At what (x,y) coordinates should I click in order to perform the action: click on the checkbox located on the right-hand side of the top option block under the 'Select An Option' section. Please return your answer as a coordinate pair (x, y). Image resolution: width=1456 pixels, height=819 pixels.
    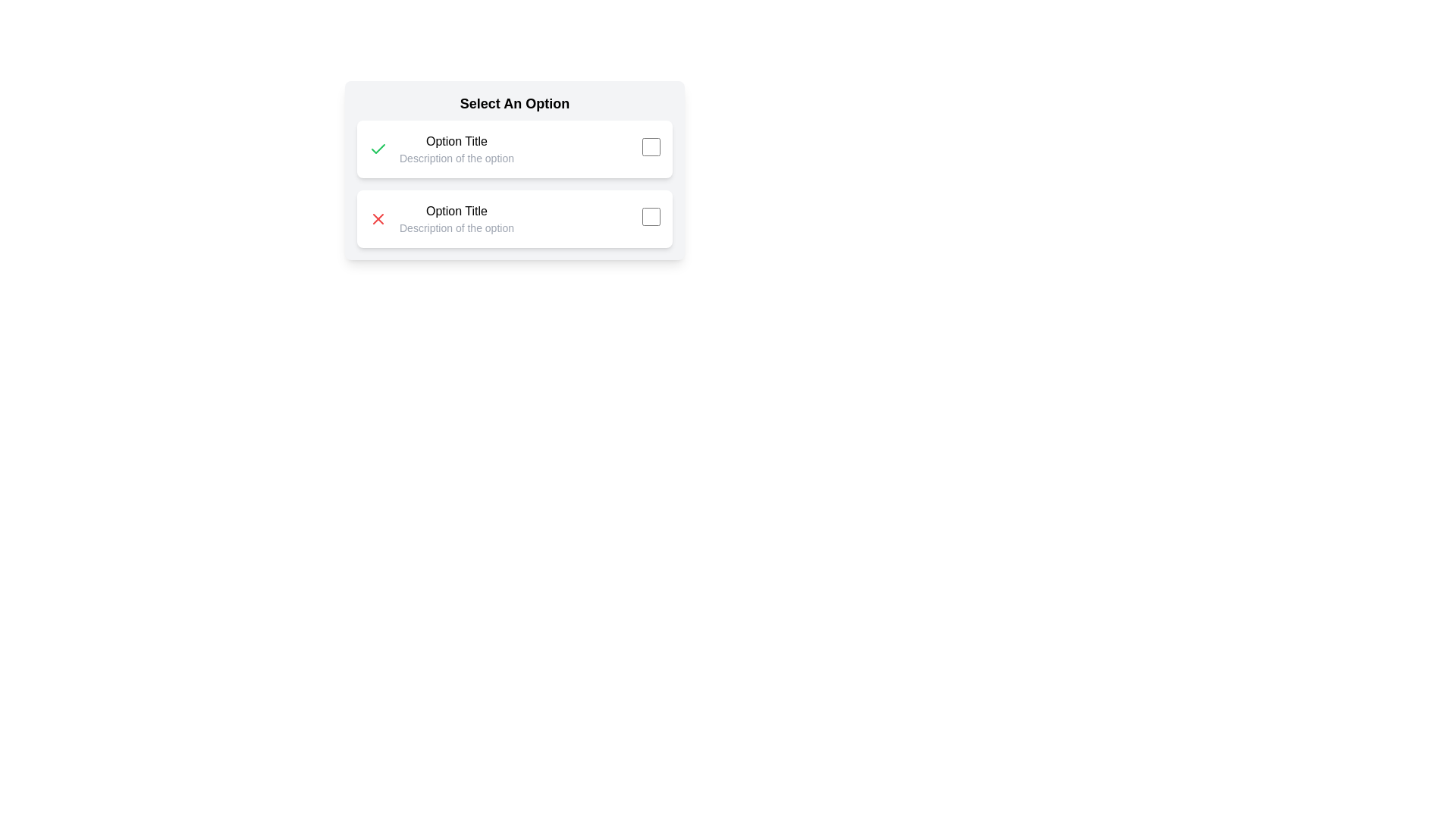
    Looking at the image, I should click on (651, 146).